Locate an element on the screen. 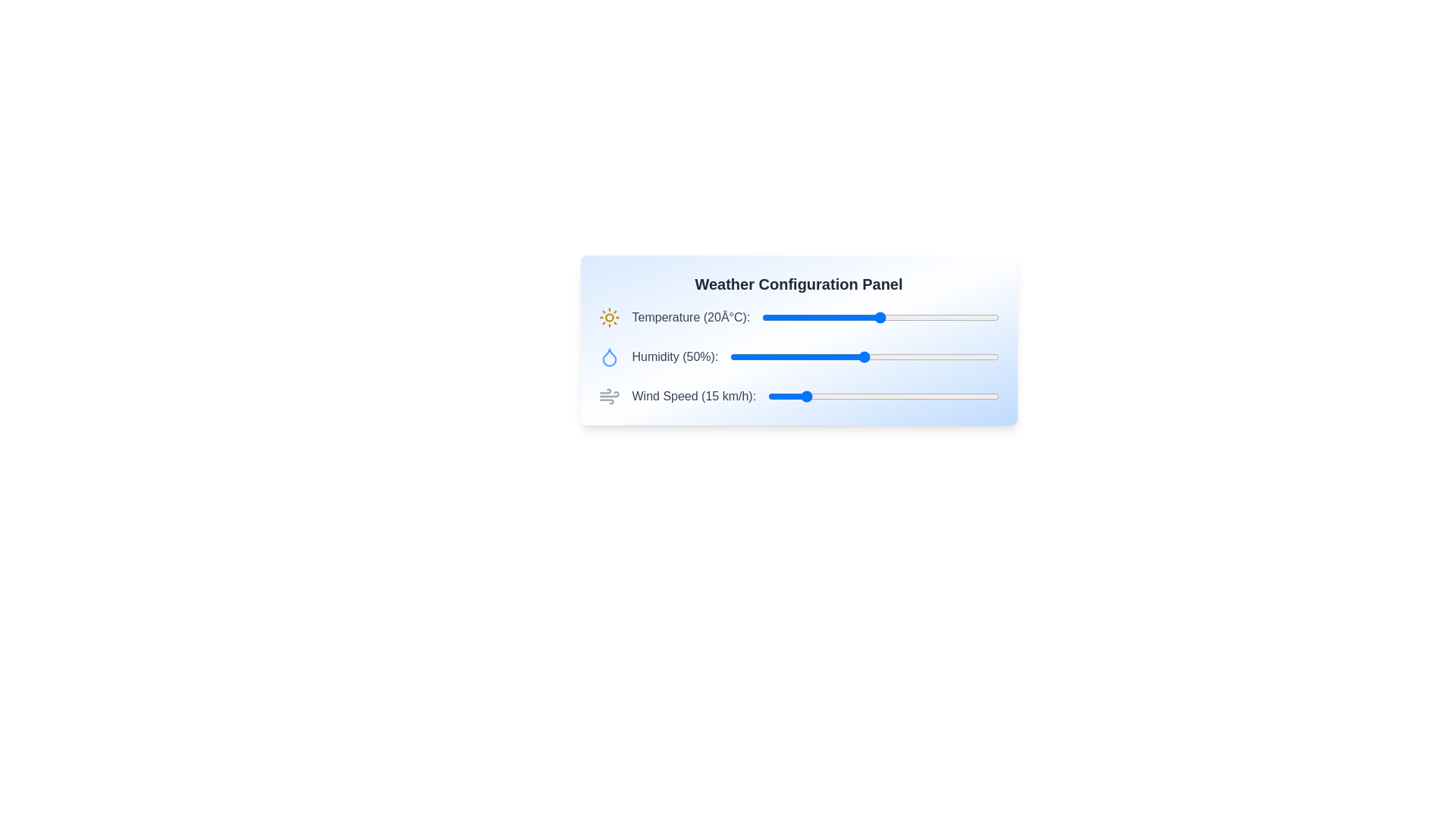 Image resolution: width=1456 pixels, height=819 pixels. the sun icon for visual inspection is located at coordinates (609, 317).